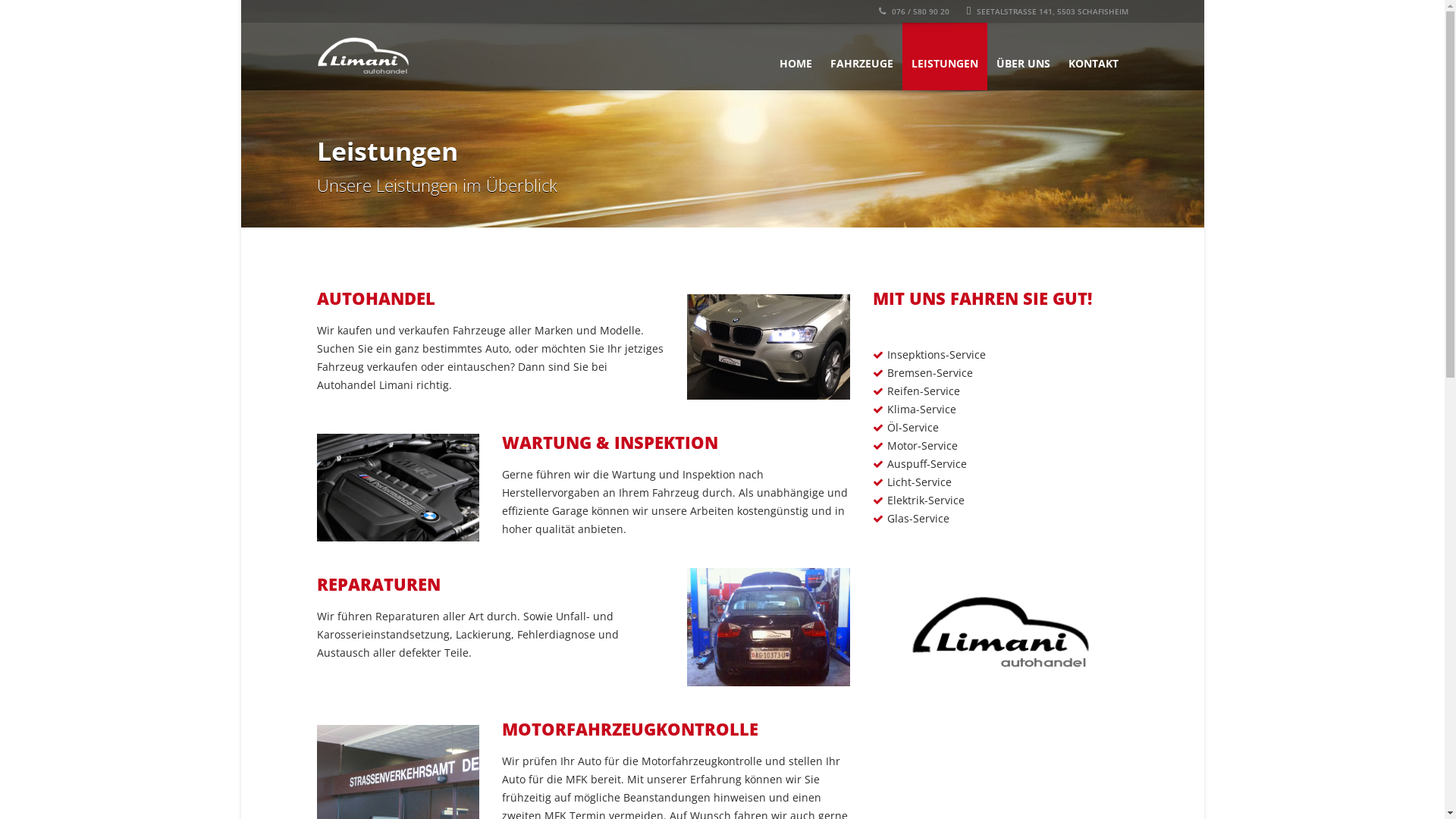 This screenshot has width=1456, height=819. I want to click on 'FAHRZEUGE', so click(861, 55).